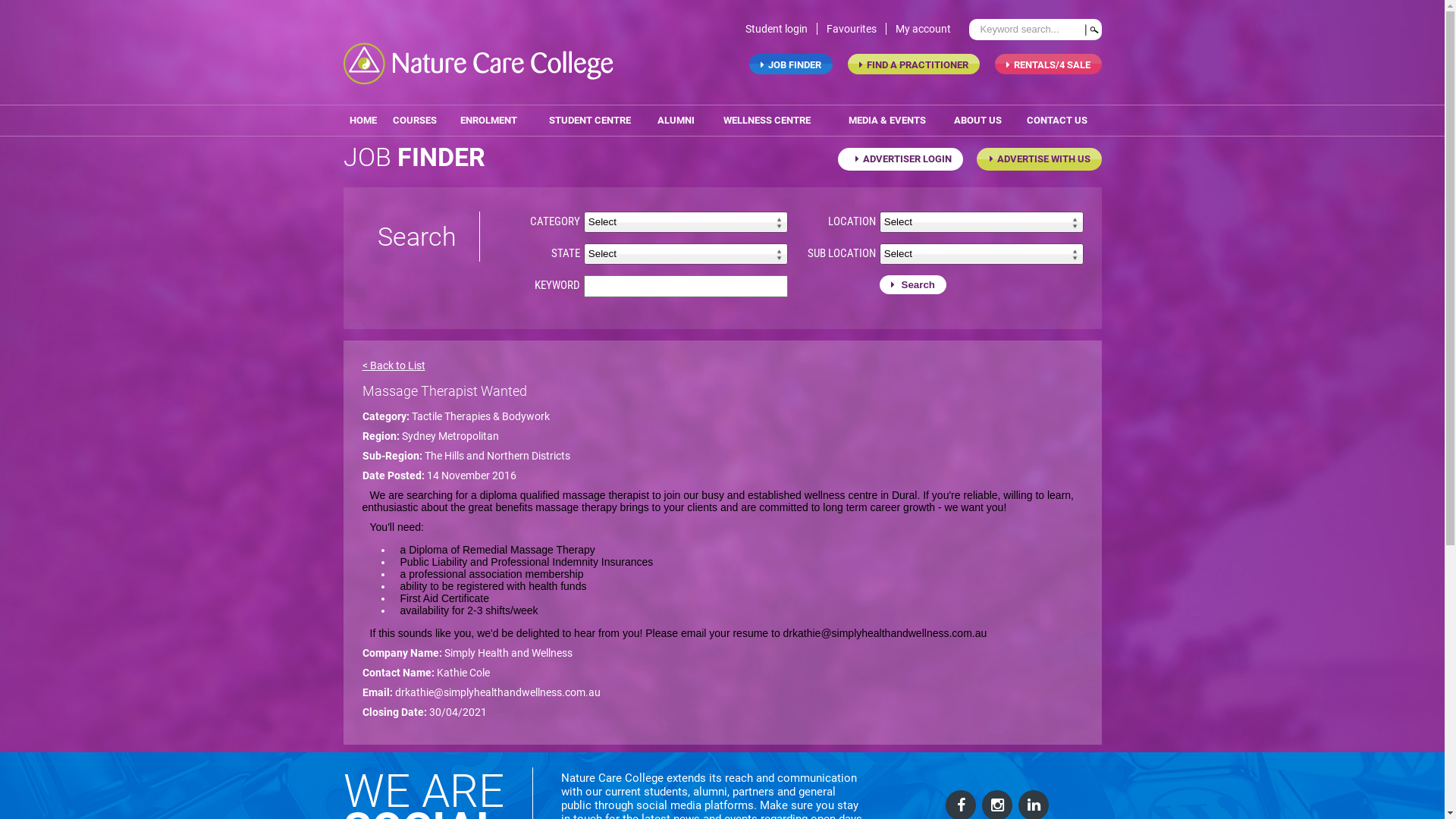  Describe the element at coordinates (415, 119) in the screenshot. I see `'COURSES'` at that location.